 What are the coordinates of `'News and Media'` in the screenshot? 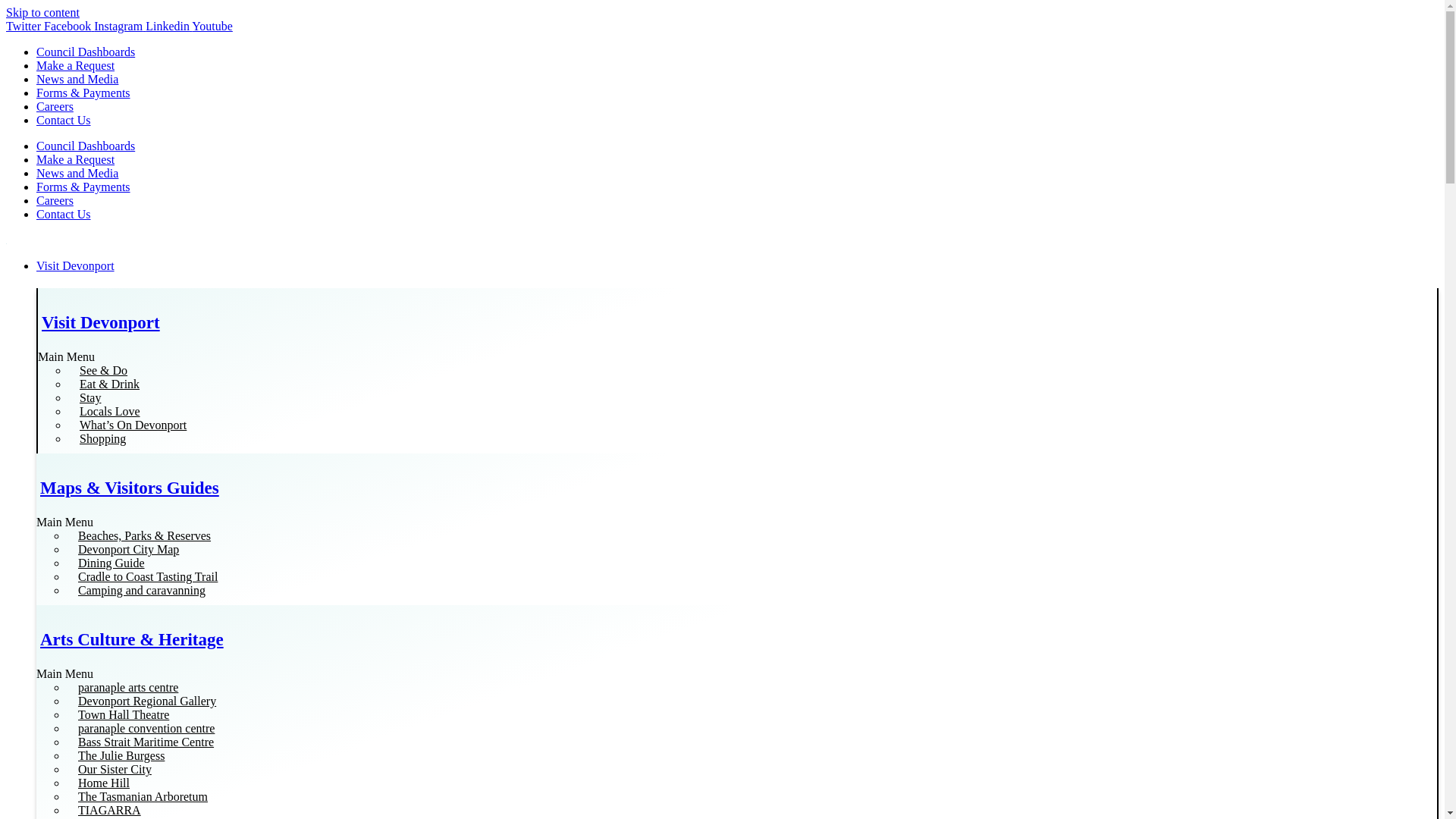 It's located at (76, 79).